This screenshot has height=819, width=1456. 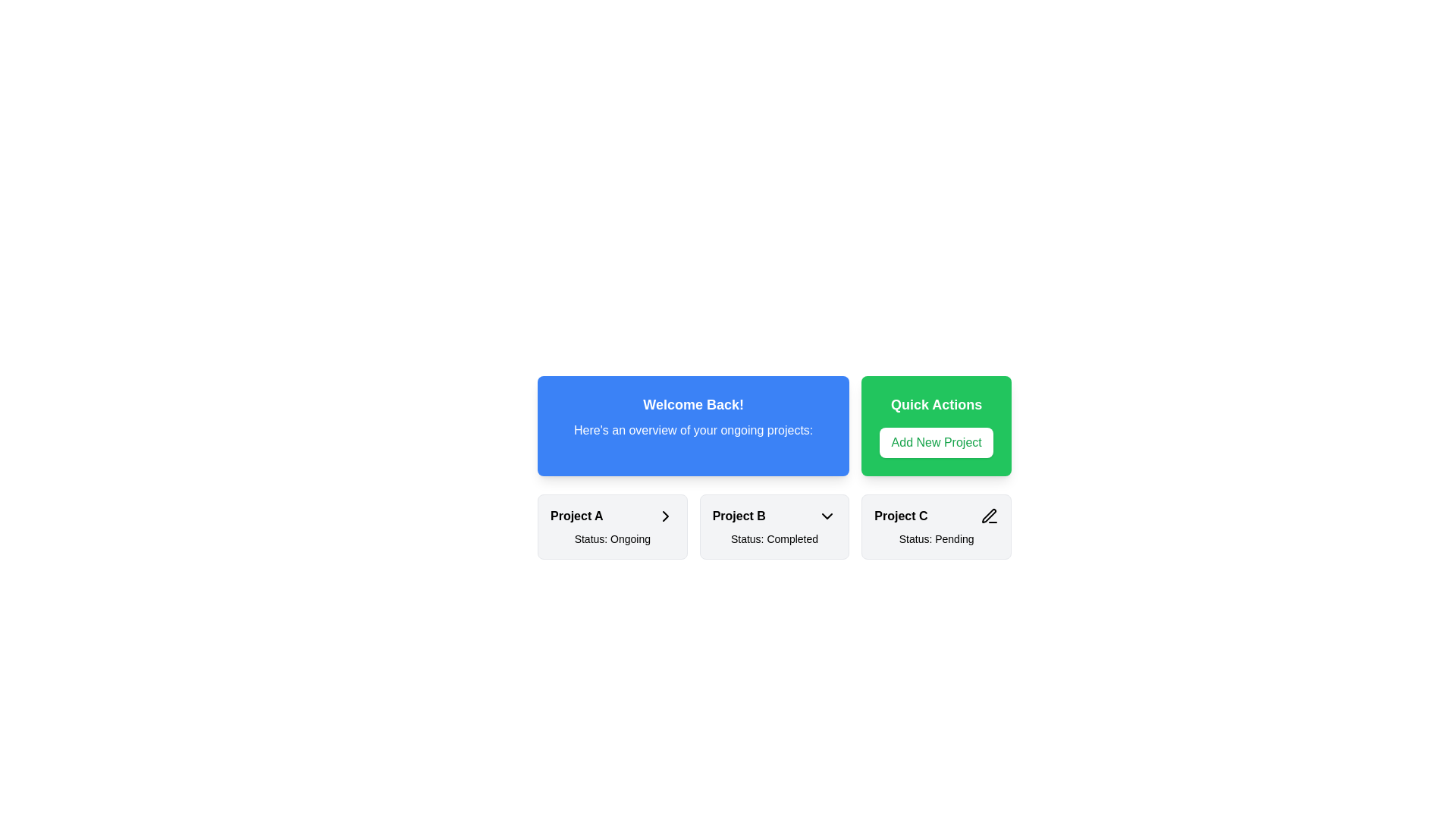 What do you see at coordinates (936, 442) in the screenshot?
I see `the 'Add New Project' button with green font, located in the lower section of the 'Quick Actions' card to trigger hover effects` at bounding box center [936, 442].